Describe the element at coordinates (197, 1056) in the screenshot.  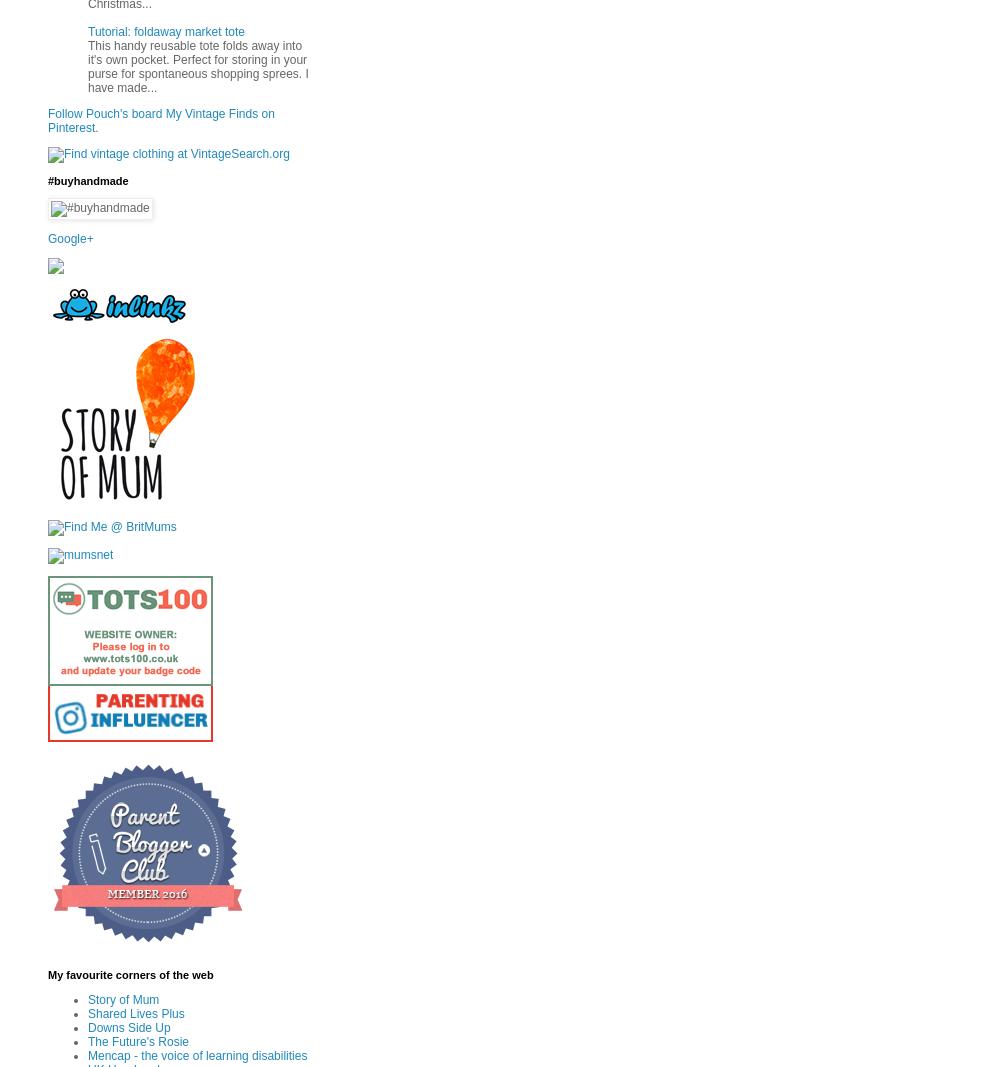
I see `'Mencap -  the voice of learning disabilities'` at that location.